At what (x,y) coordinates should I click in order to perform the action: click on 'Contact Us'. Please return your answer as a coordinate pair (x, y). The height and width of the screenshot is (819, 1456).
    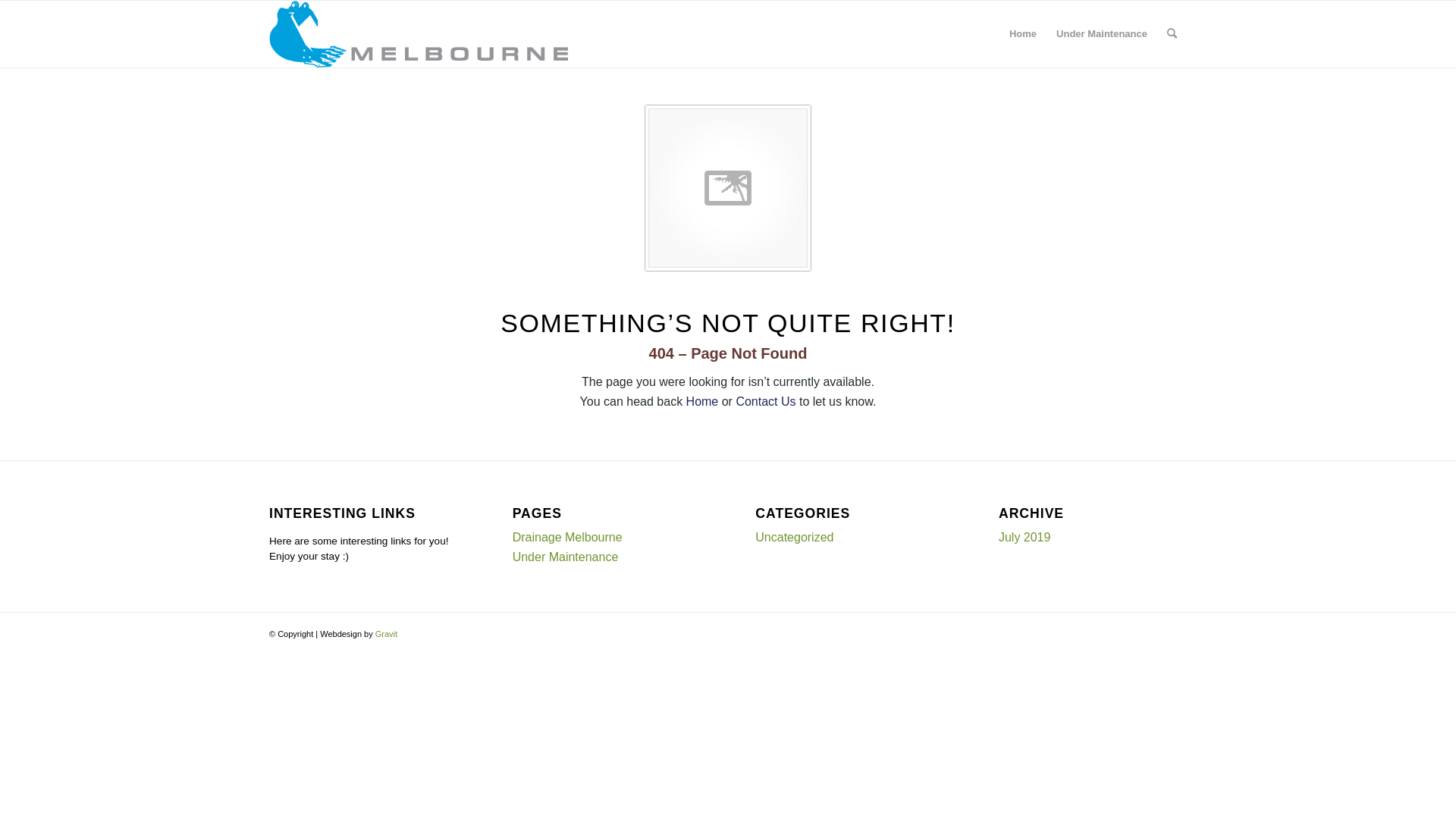
    Looking at the image, I should click on (765, 400).